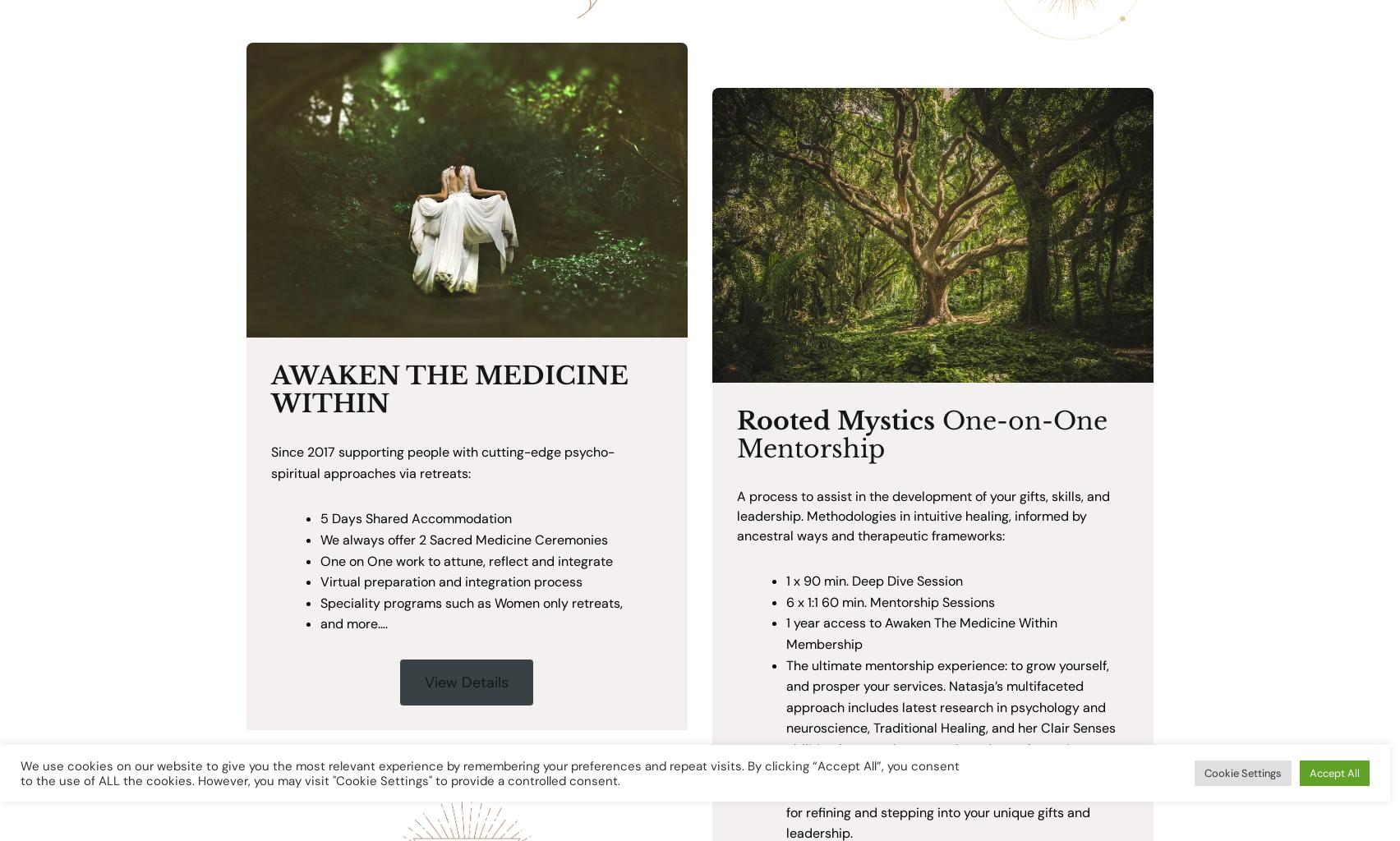 This screenshot has width=1400, height=841. I want to click on 'AWAKEN THE MEDICINE WITHIN', so click(449, 388).